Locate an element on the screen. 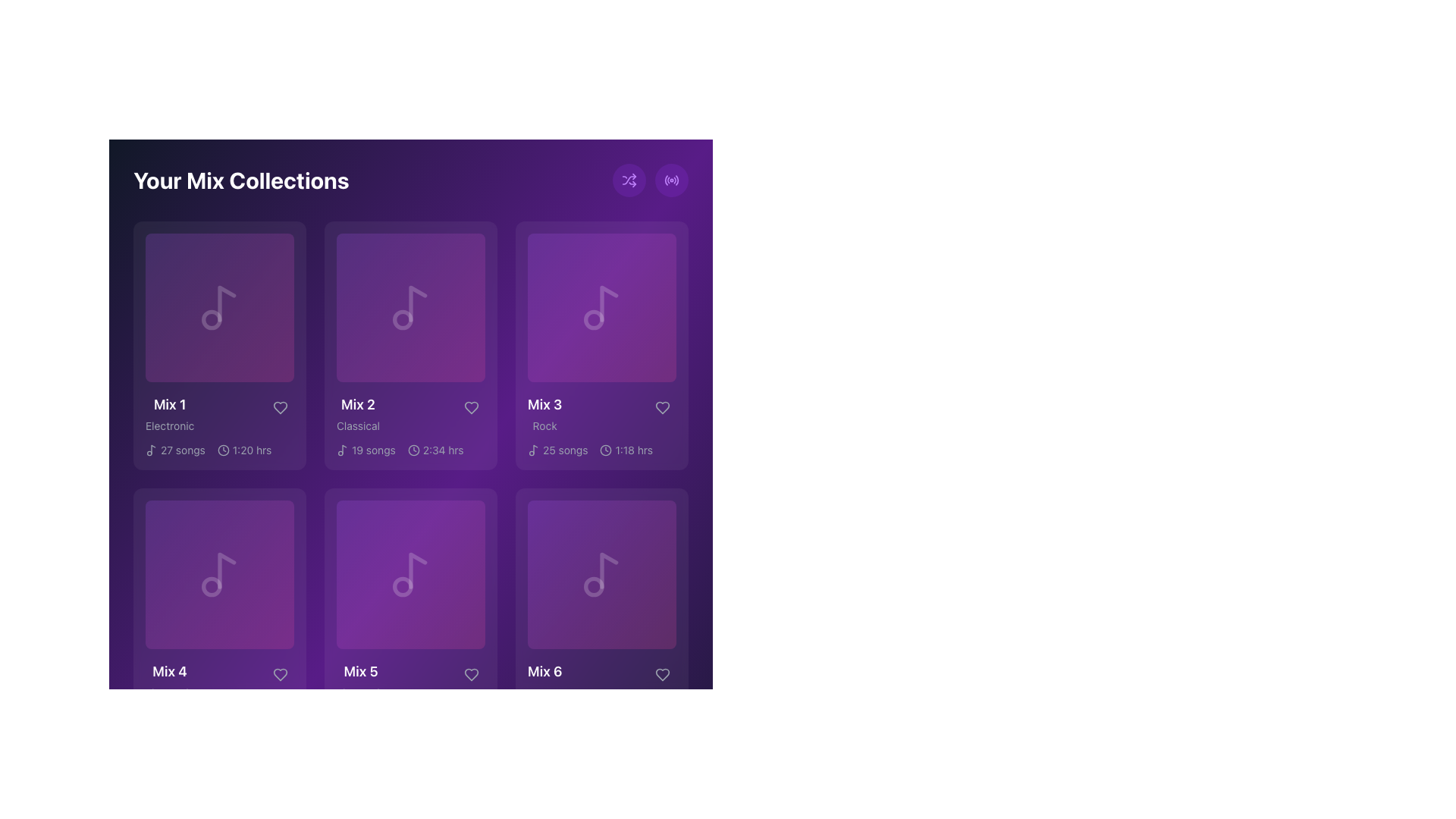  the heart icon button located at the middle-right edge of the first card labeled 'Mix 1' is located at coordinates (280, 406).